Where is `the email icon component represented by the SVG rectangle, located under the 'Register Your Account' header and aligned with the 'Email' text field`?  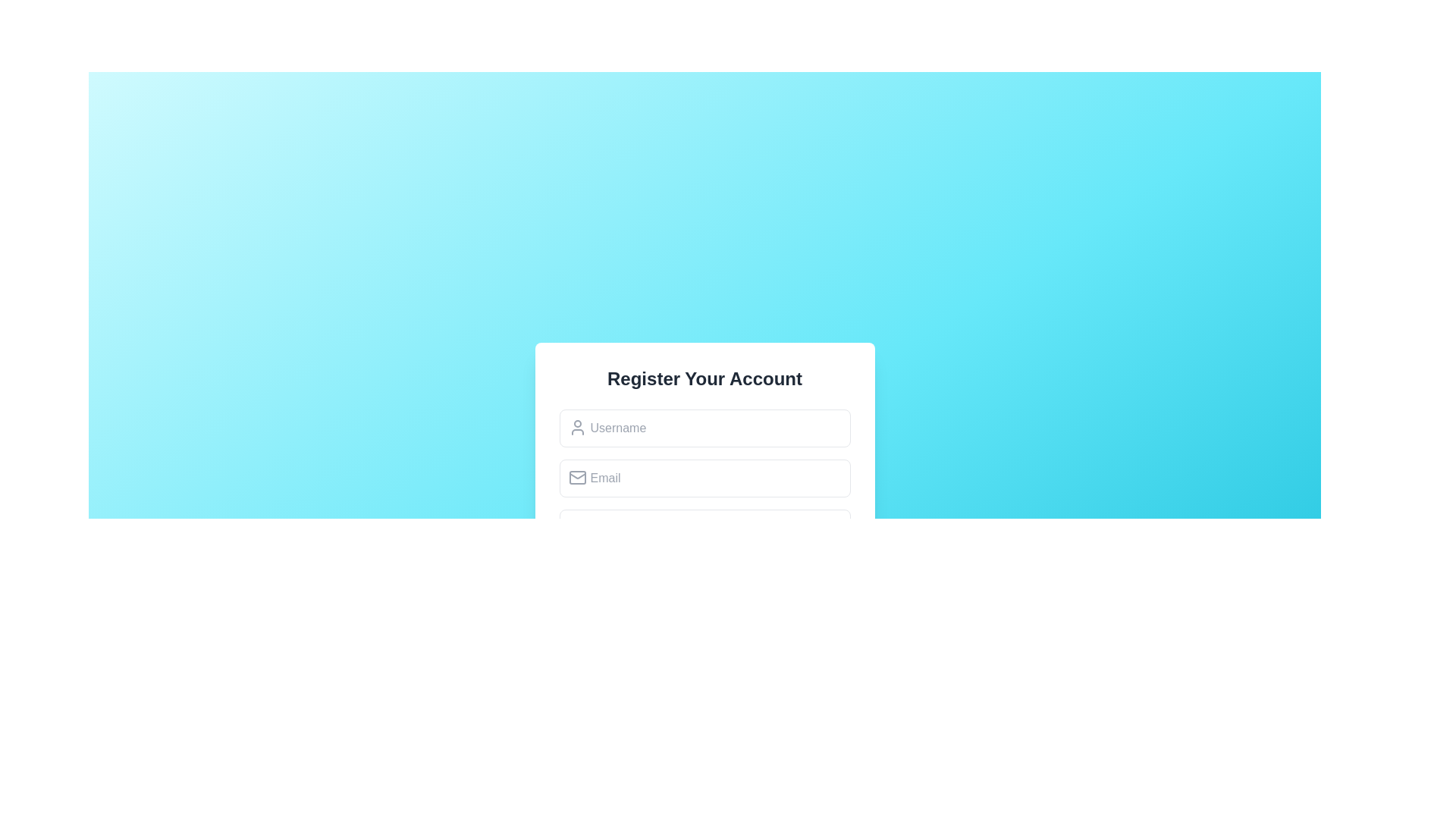 the email icon component represented by the SVG rectangle, located under the 'Register Your Account' header and aligned with the 'Email' text field is located at coordinates (576, 476).